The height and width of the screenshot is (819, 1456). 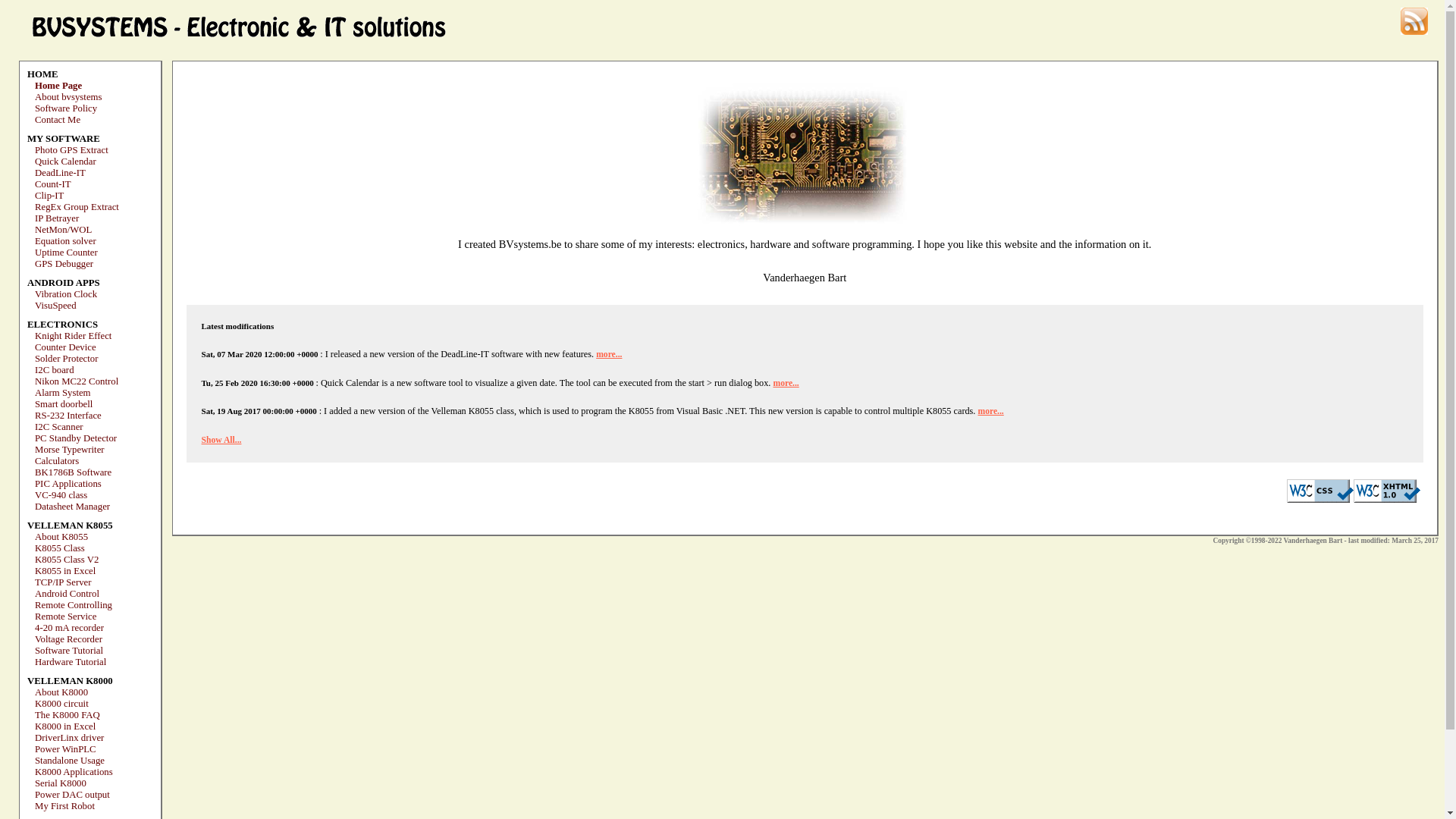 What do you see at coordinates (221, 440) in the screenshot?
I see `'Show All...'` at bounding box center [221, 440].